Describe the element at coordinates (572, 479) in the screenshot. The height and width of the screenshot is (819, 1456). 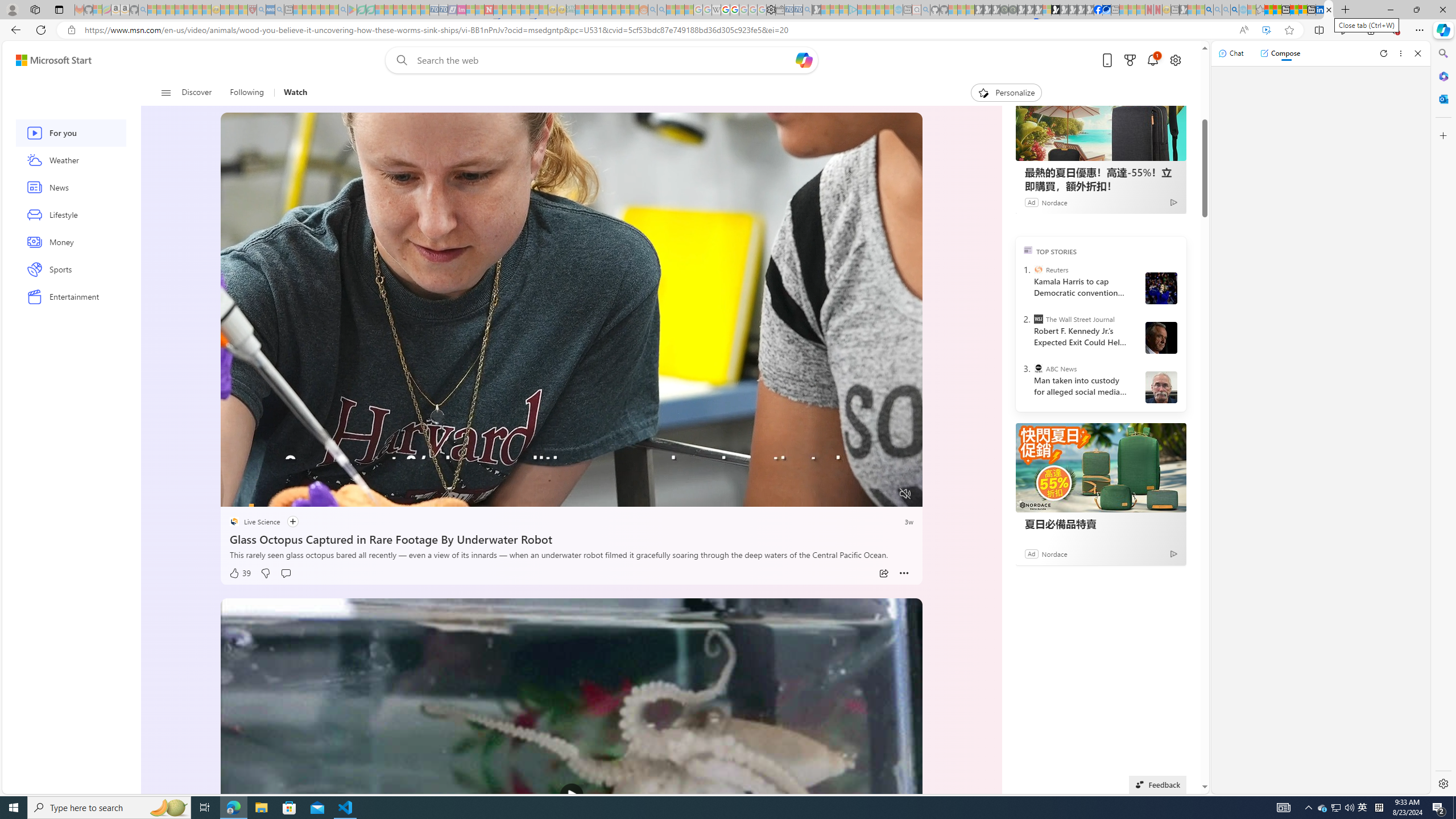
I see `'Progress Bar'` at that location.